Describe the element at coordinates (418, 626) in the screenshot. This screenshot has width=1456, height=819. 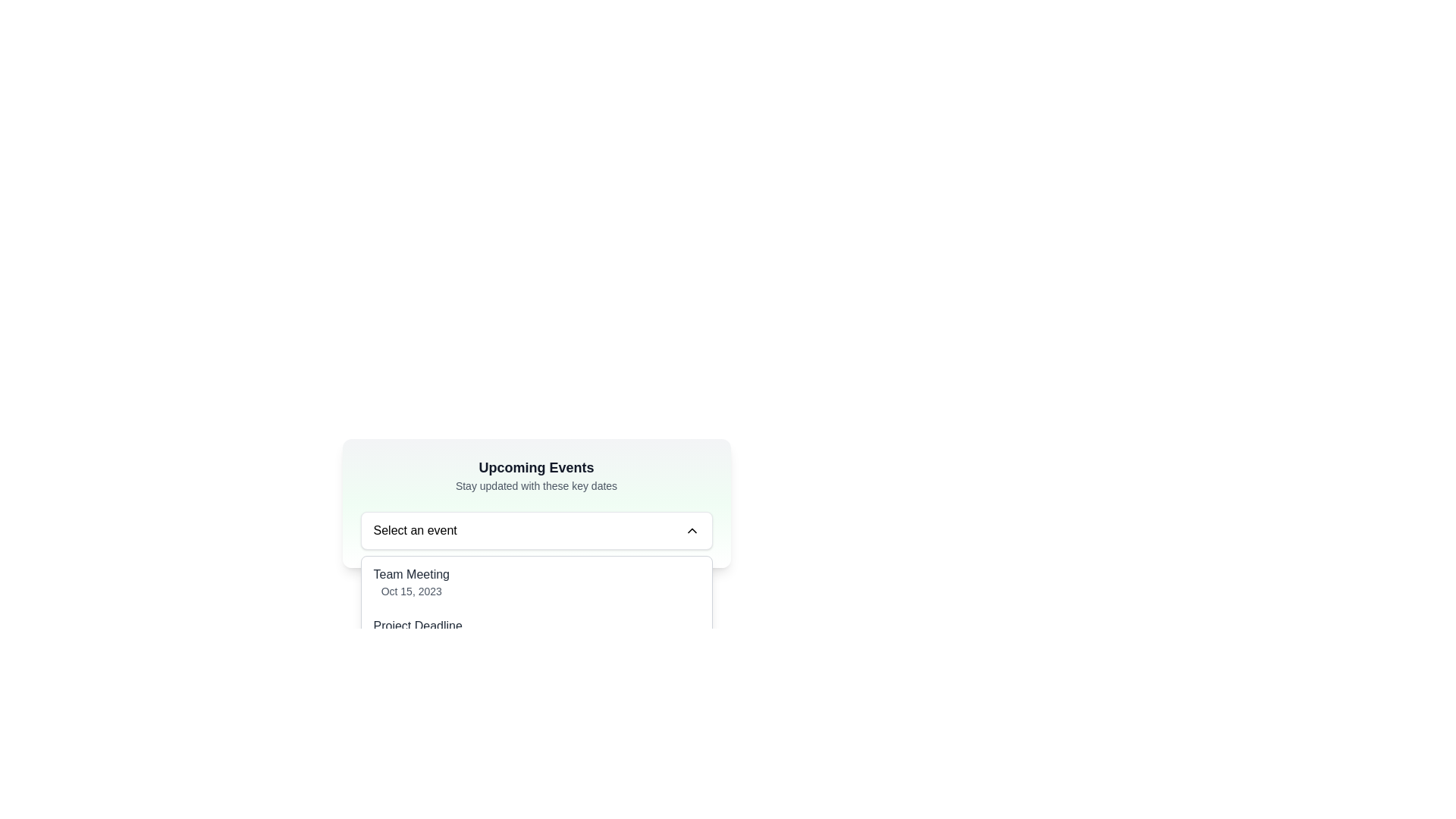
I see `the 'Project Deadline' text label in the 'Upcoming Events' dropdown, which is located above the 'Oct 20, 2023' date` at that location.